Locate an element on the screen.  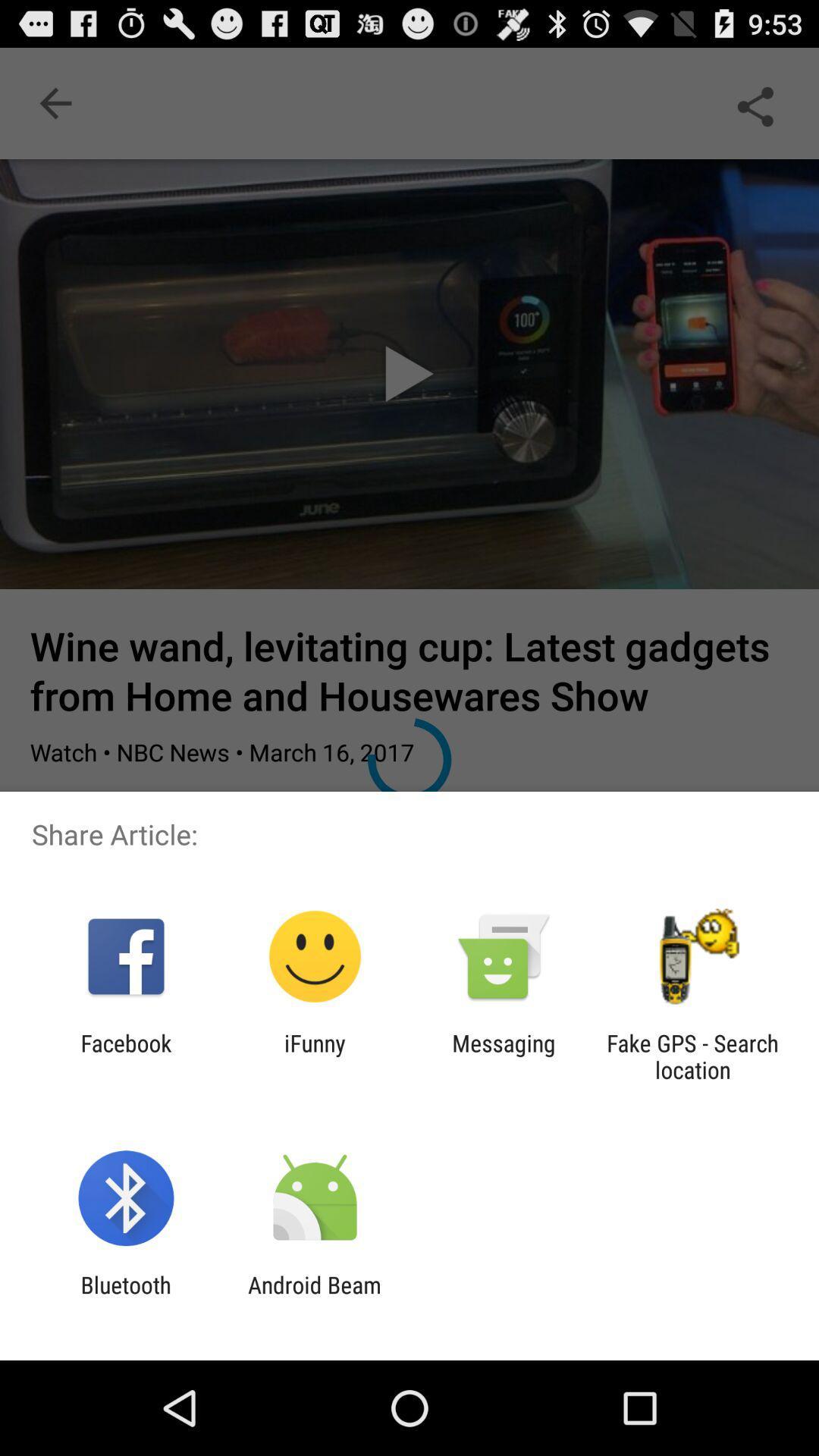
fake gps search item is located at coordinates (692, 1056).